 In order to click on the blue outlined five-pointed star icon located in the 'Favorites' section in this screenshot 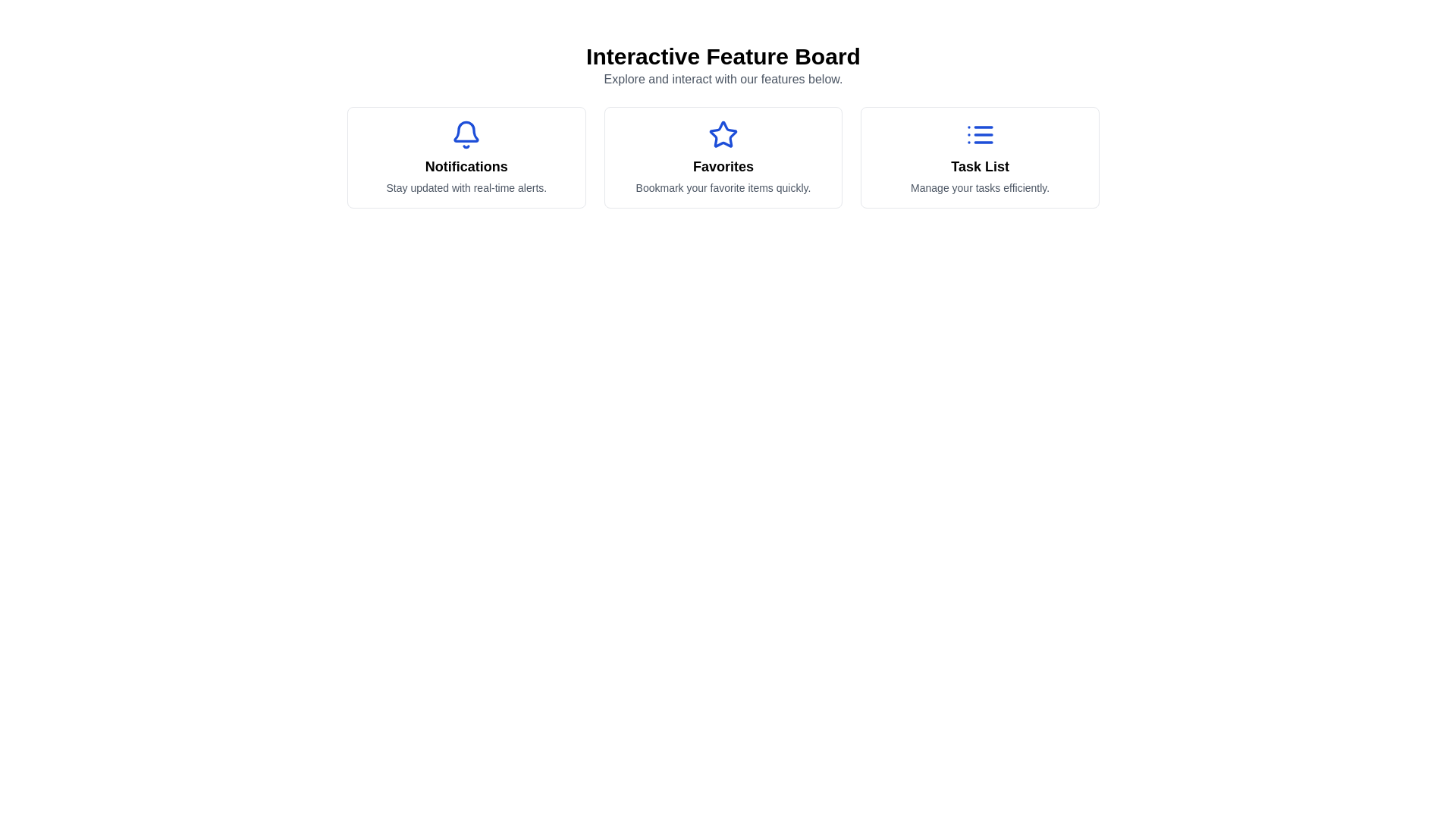, I will do `click(723, 133)`.